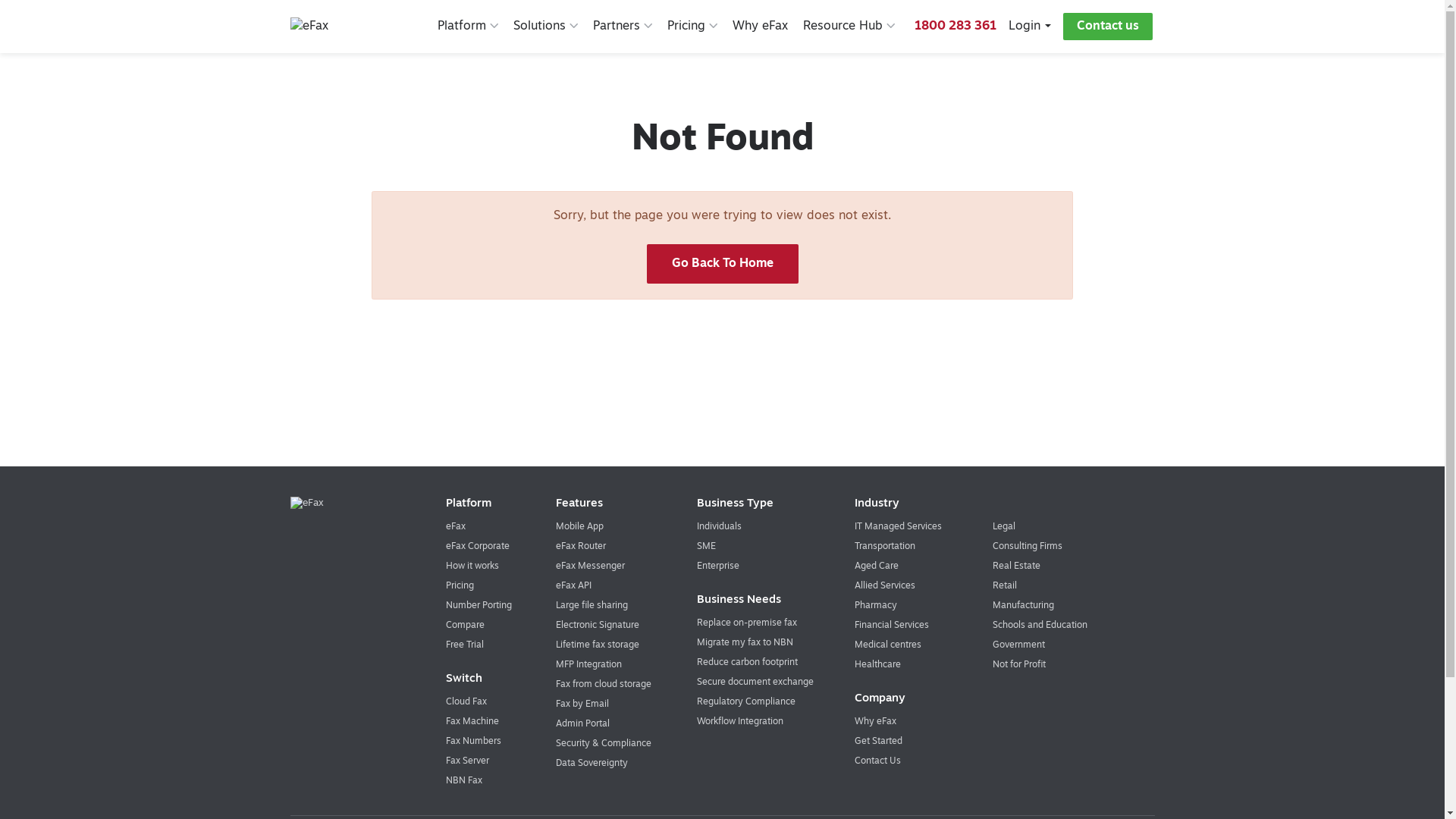  Describe the element at coordinates (603, 684) in the screenshot. I see `'Fax from cloud storage'` at that location.